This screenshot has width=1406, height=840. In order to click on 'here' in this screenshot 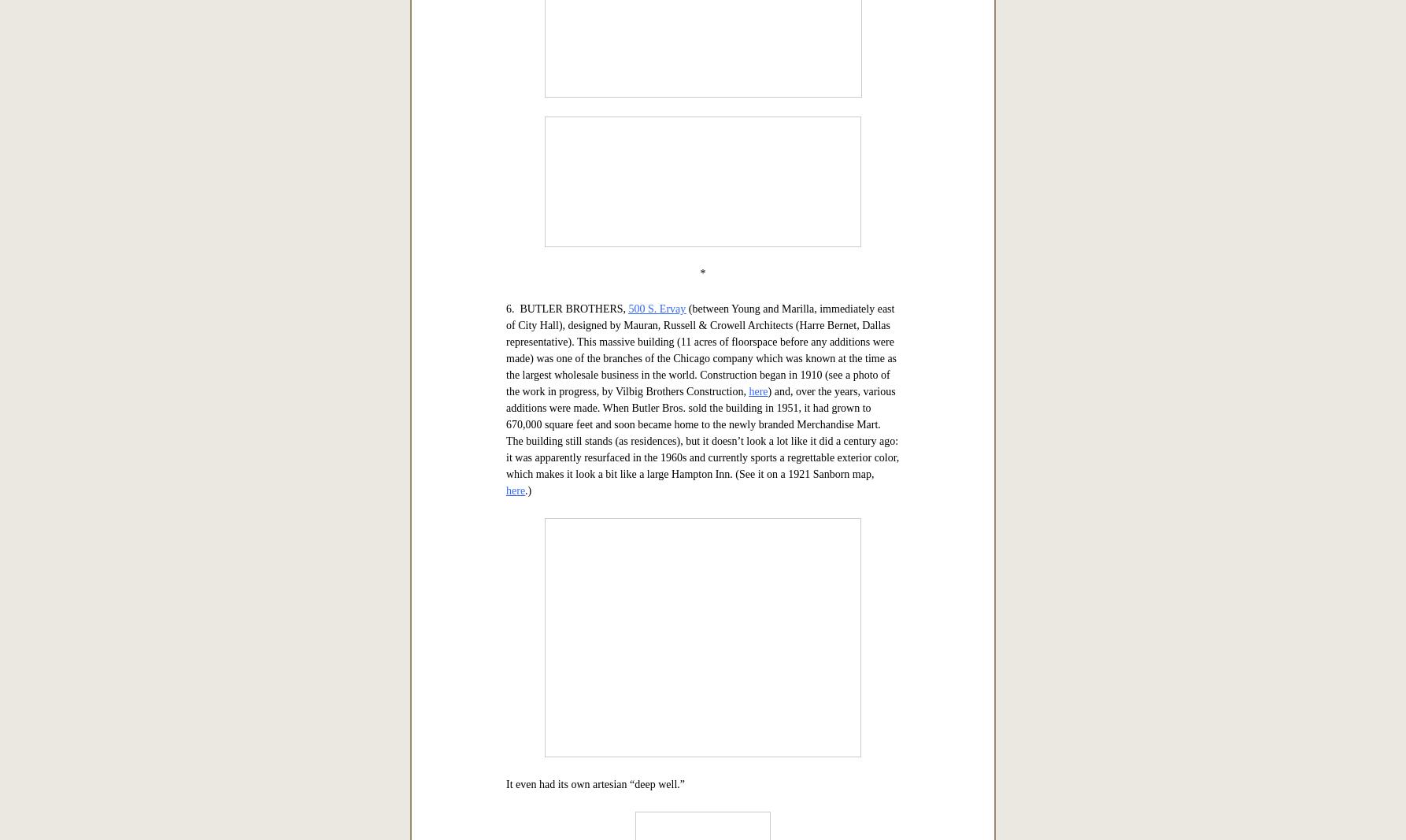, I will do `click(654, 266)`.